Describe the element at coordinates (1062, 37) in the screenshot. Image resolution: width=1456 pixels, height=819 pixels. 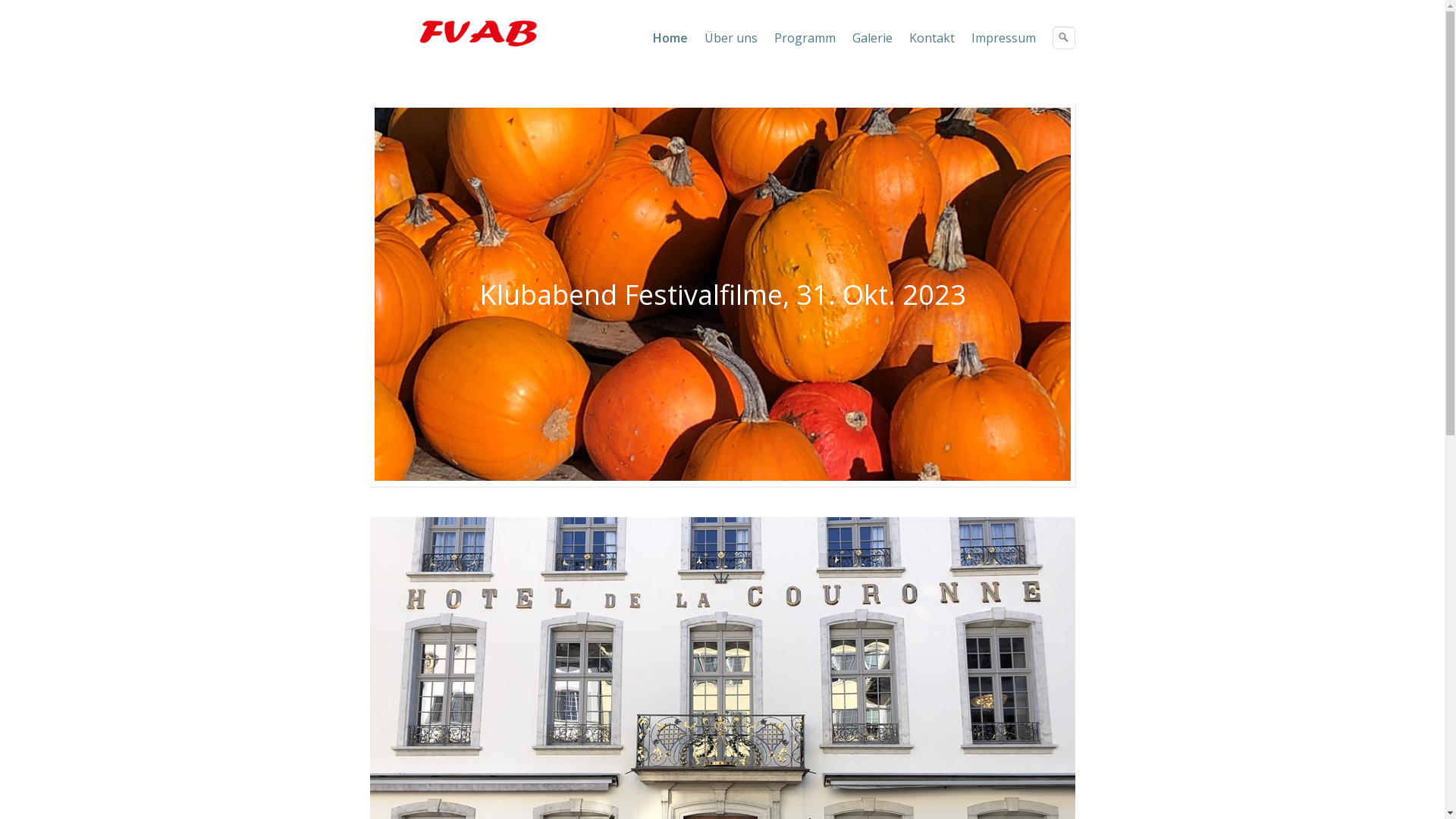
I see `'Suchen'` at that location.